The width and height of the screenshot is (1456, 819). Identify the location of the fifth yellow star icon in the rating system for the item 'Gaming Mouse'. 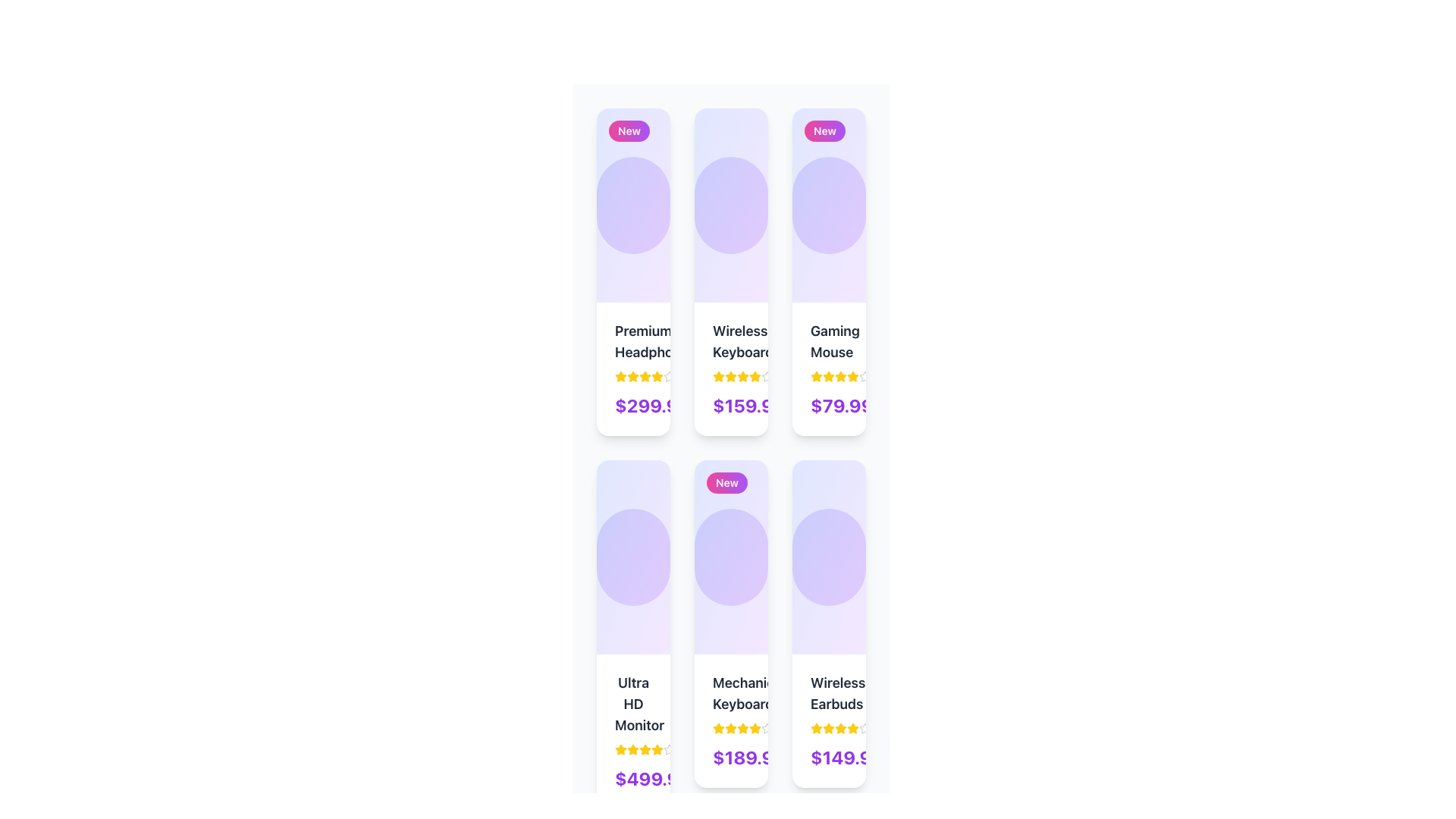
(839, 376).